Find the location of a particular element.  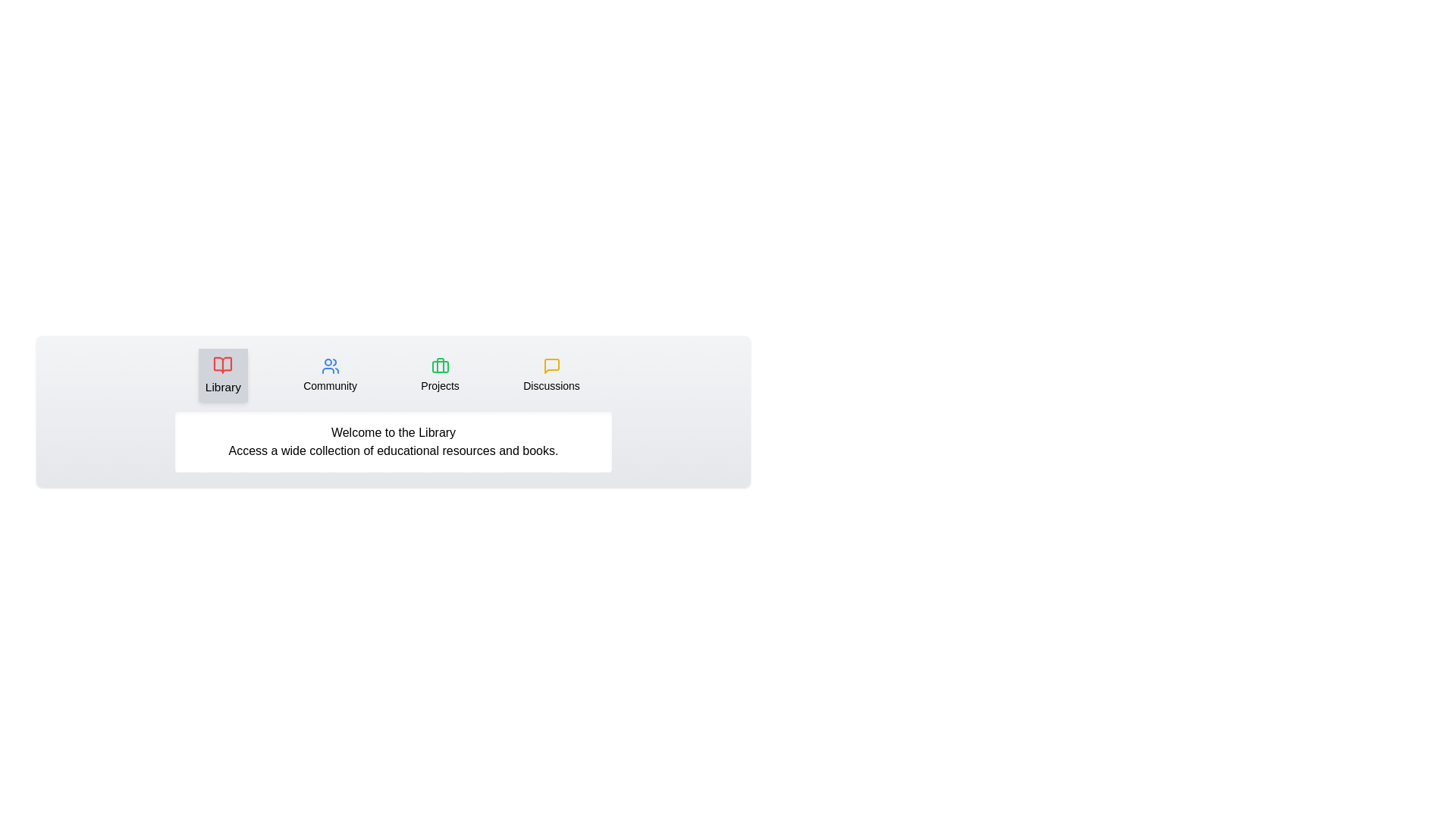

the 'Discussions' button, which is a rounded rectangular element featuring a yellow speech bubble icon above the word 'Discussions' is located at coordinates (551, 375).